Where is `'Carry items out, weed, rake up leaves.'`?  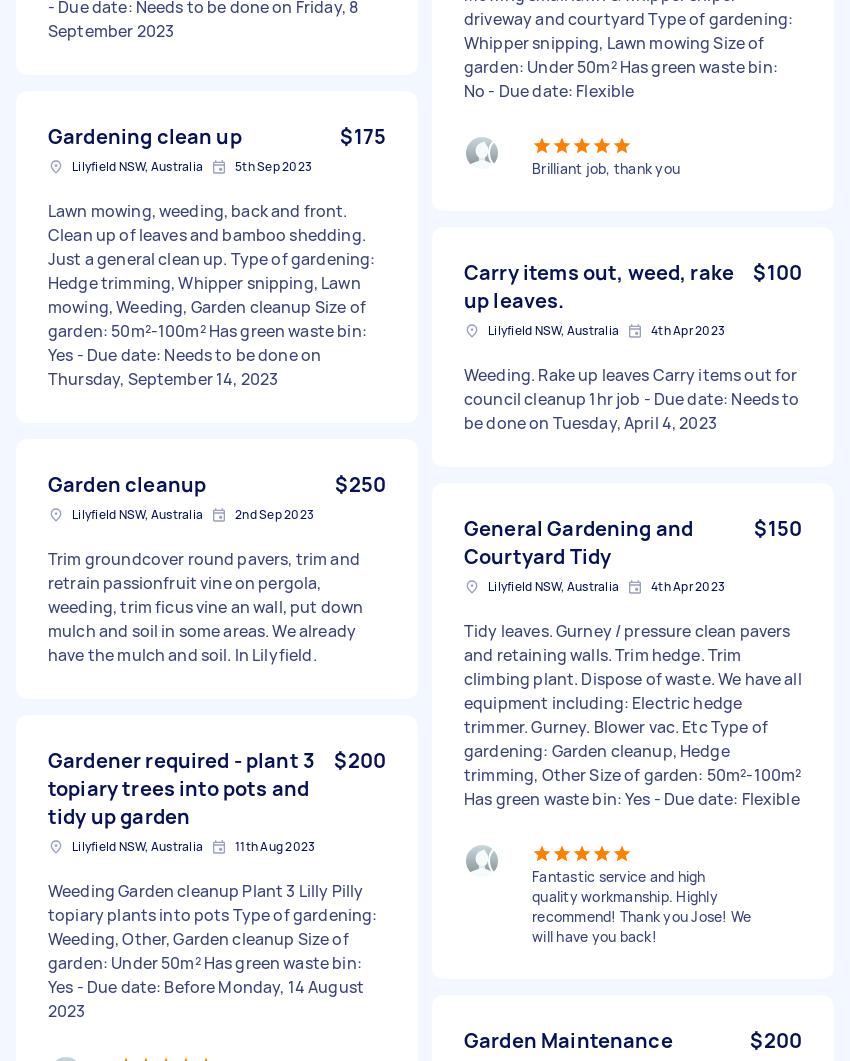
'Carry items out, weed, rake up leaves.' is located at coordinates (597, 285).